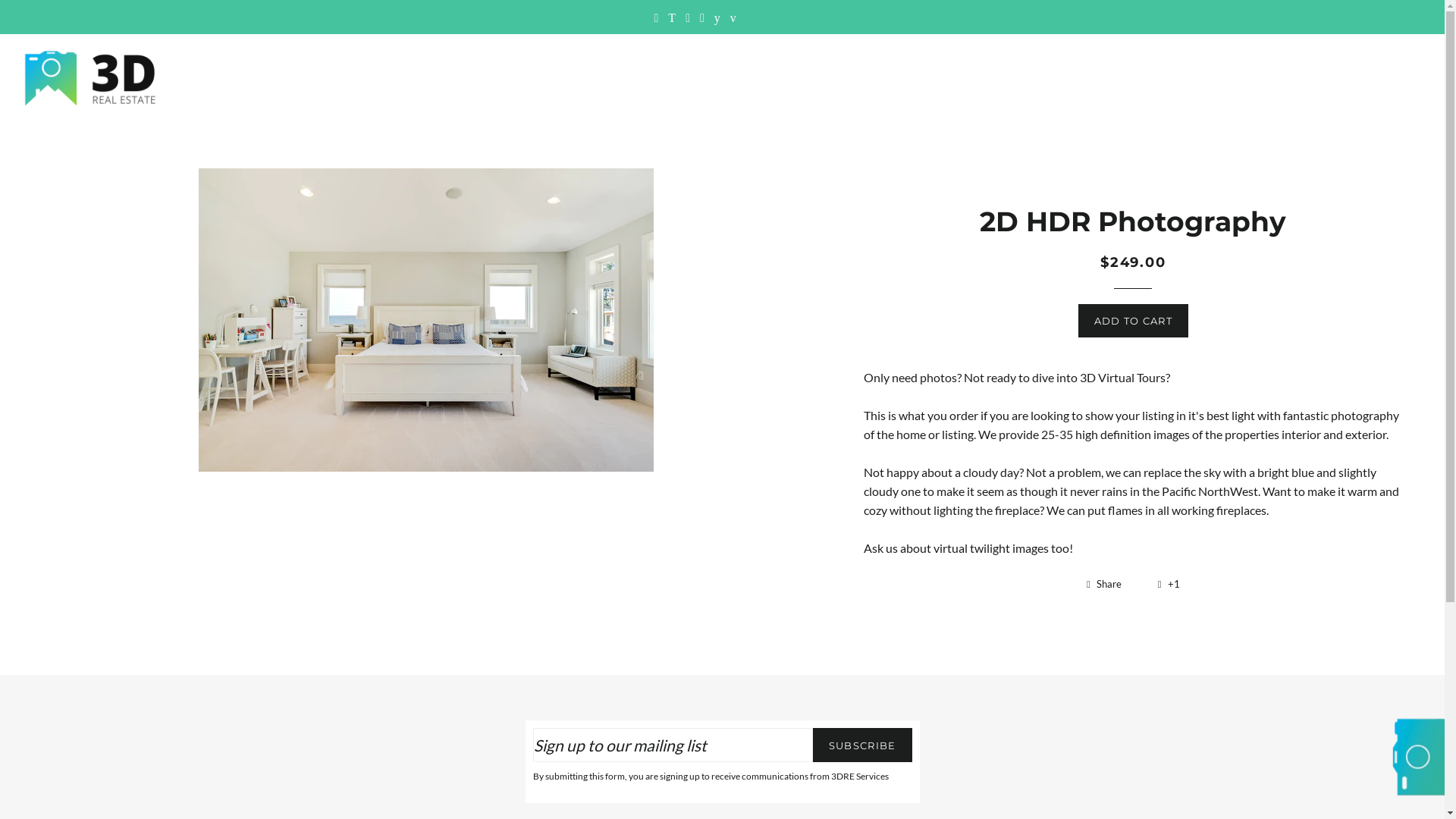 This screenshot has width=1456, height=819. Describe the element at coordinates (733, 17) in the screenshot. I see `'3DRE Services on Vimeo'` at that location.